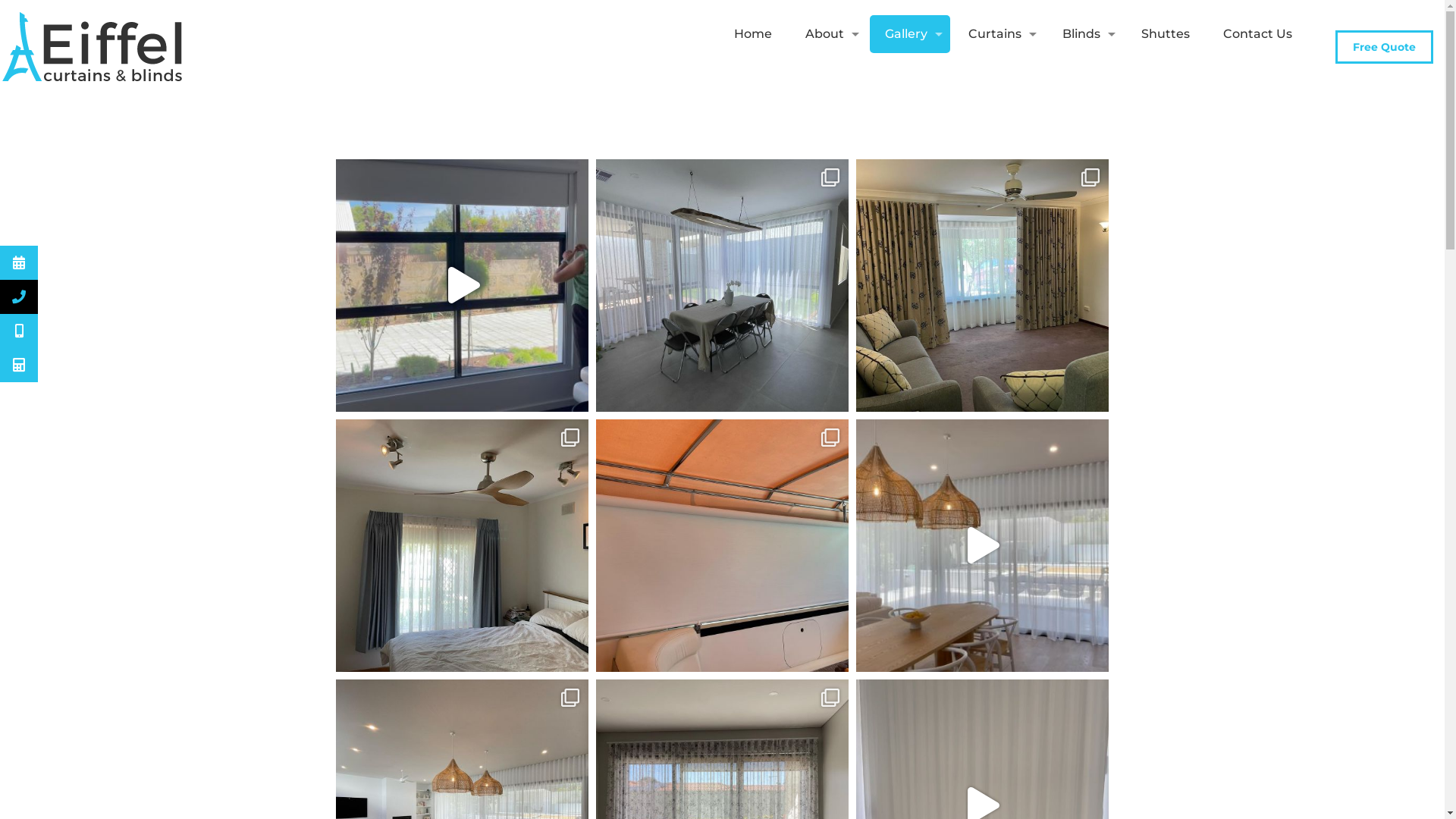  Describe the element at coordinates (1384, 45) in the screenshot. I see `'Free Quote'` at that location.